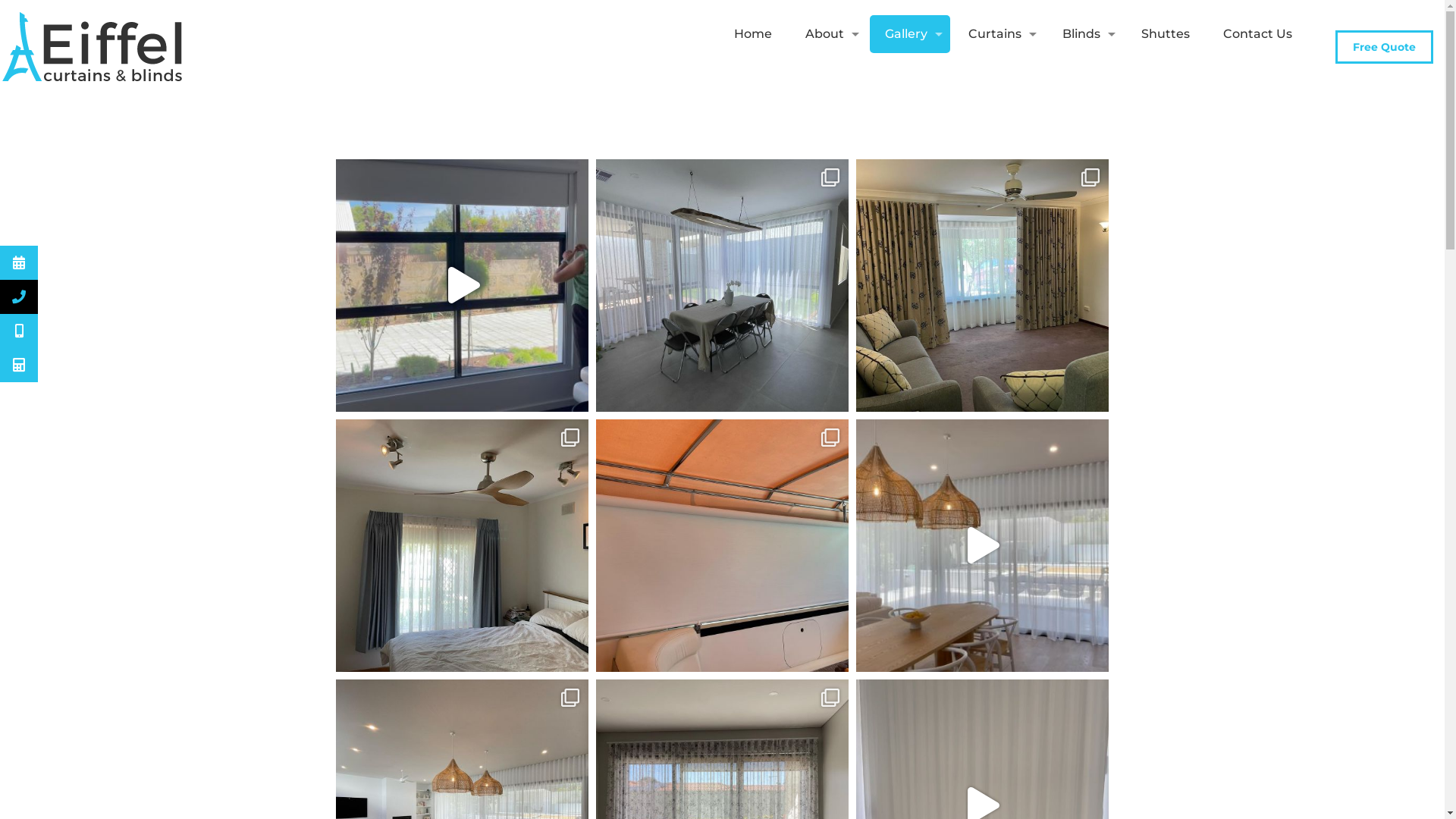  Describe the element at coordinates (1384, 45) in the screenshot. I see `'Free Quote'` at that location.